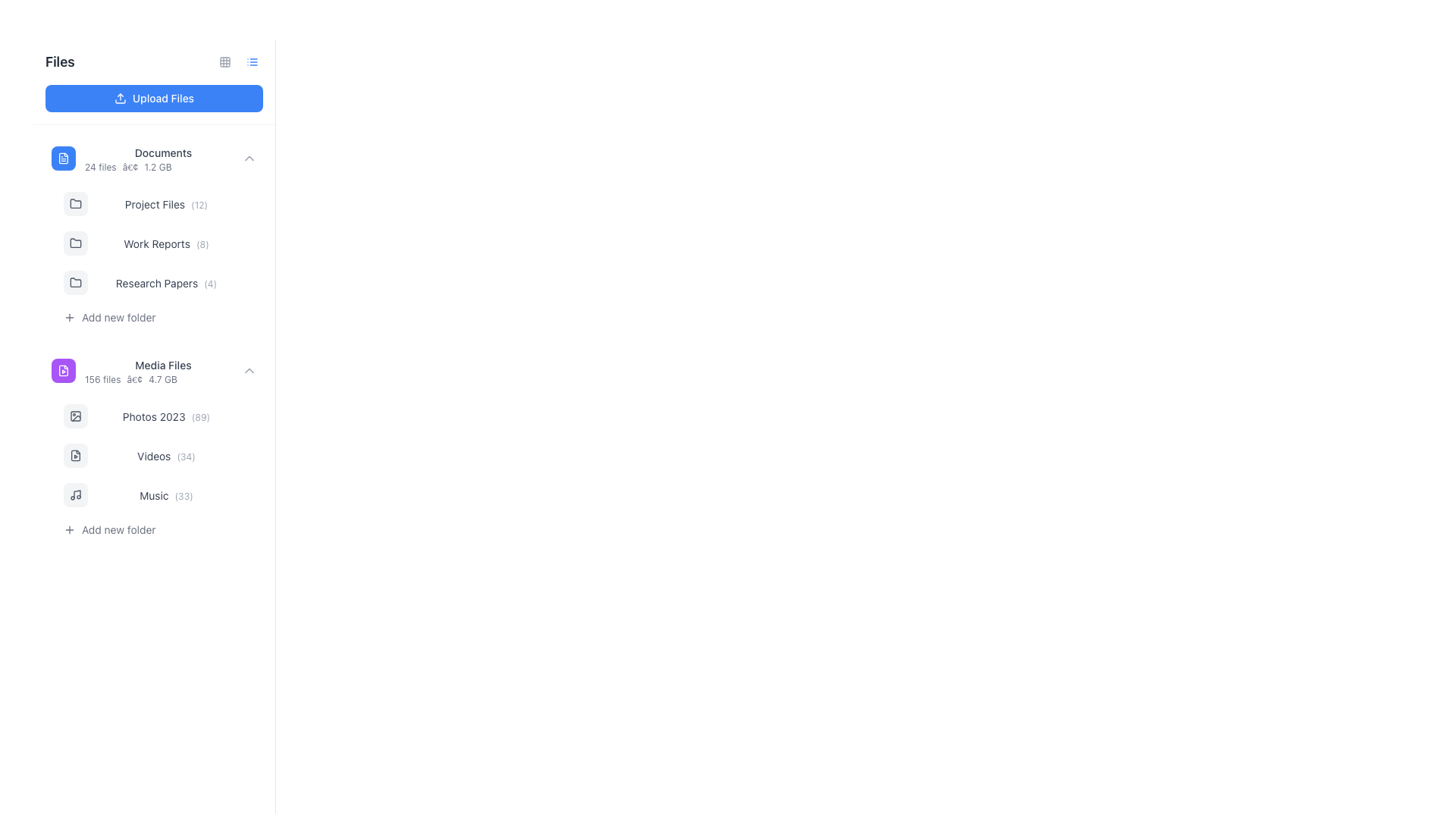 The width and height of the screenshot is (1456, 819). I want to click on the white video file icon with a purple background located in the 'Media Files' section of the left-hand sidebar, so click(62, 371).